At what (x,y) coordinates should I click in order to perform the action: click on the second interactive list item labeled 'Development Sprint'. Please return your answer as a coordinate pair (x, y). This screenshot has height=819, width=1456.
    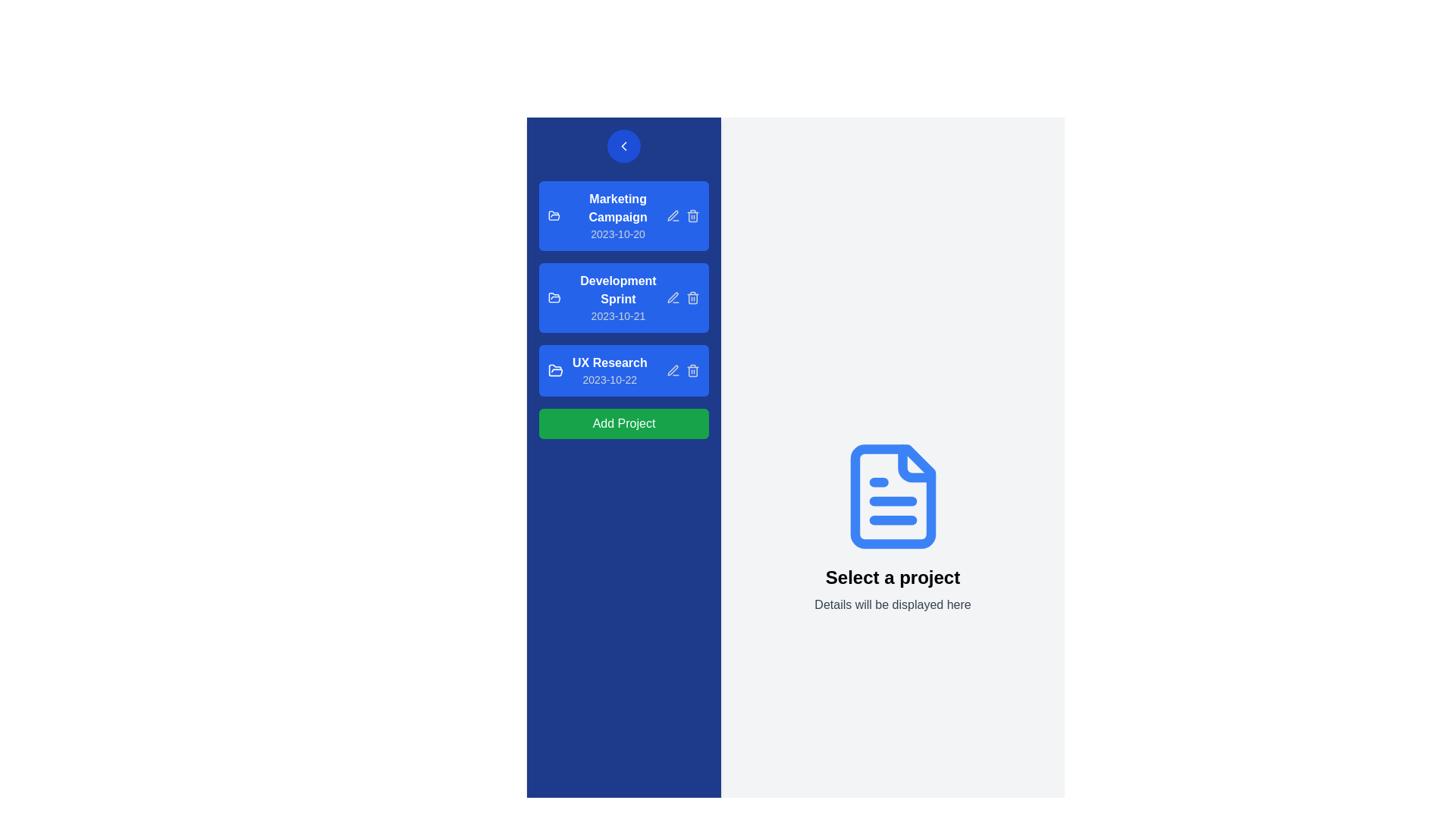
    Looking at the image, I should click on (623, 289).